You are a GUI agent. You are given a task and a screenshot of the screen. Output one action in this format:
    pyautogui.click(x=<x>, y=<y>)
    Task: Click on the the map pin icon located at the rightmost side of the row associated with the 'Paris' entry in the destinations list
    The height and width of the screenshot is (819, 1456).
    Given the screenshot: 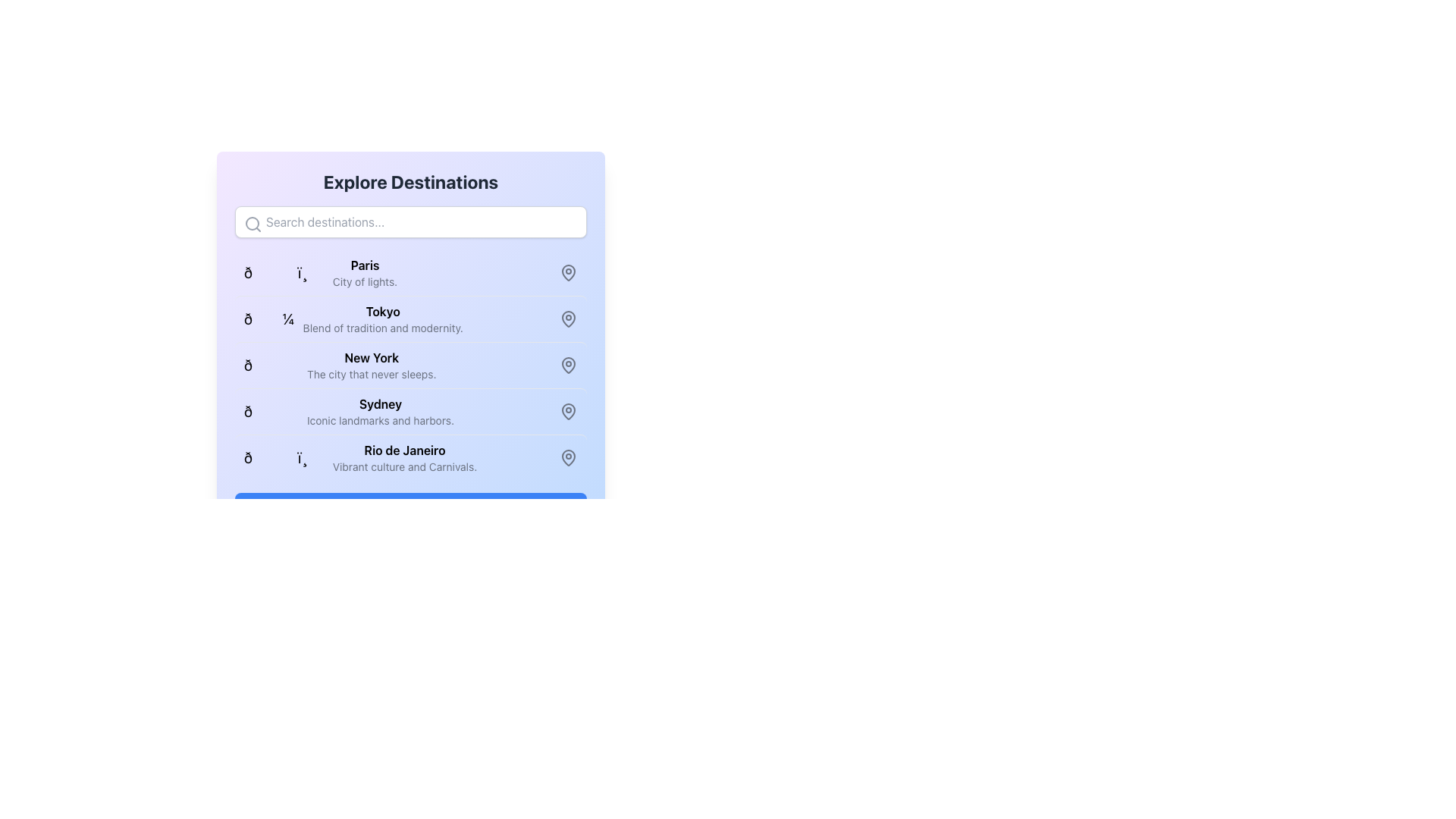 What is the action you would take?
    pyautogui.click(x=567, y=271)
    